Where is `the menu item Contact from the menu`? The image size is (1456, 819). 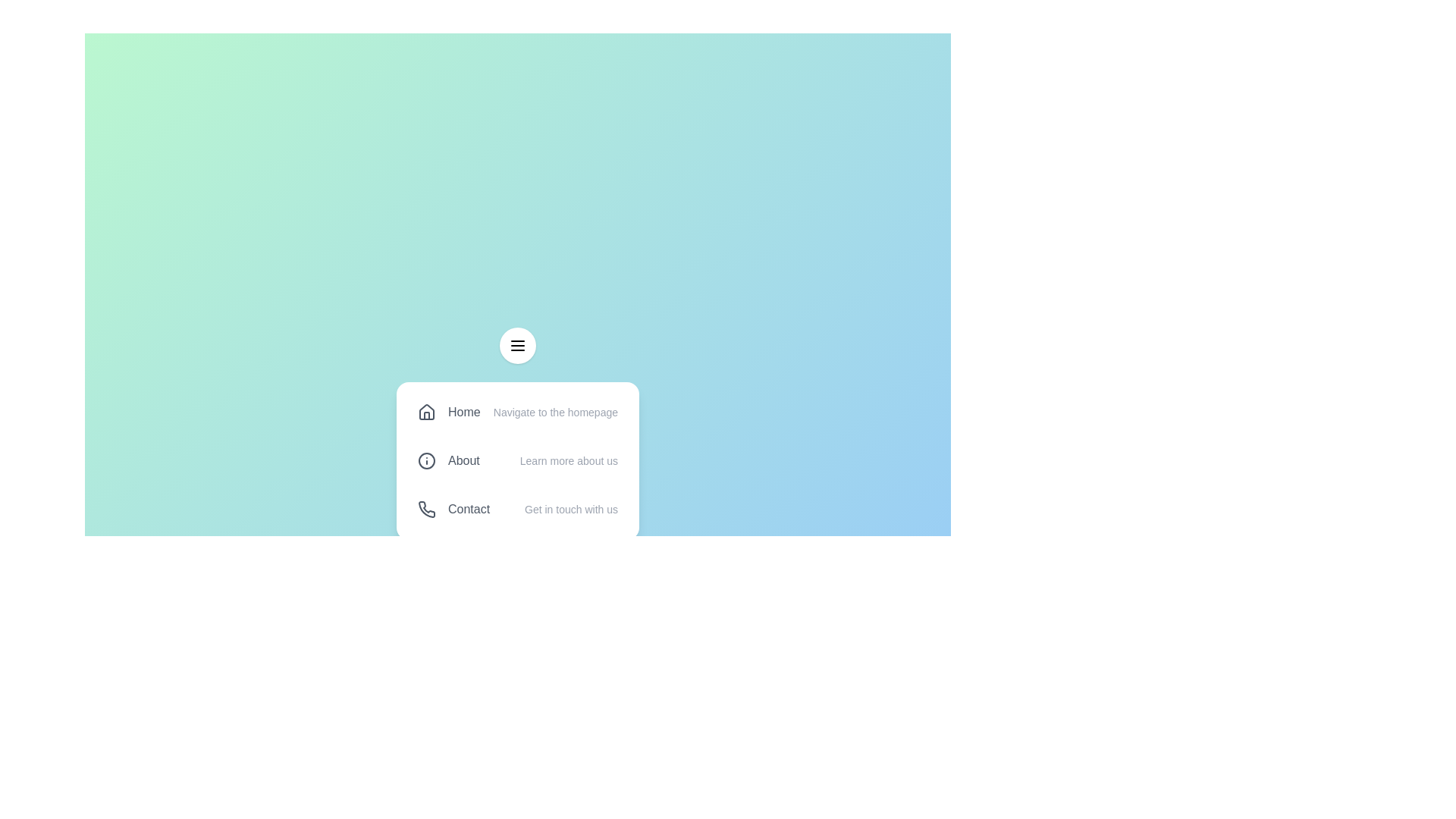
the menu item Contact from the menu is located at coordinates (517, 509).